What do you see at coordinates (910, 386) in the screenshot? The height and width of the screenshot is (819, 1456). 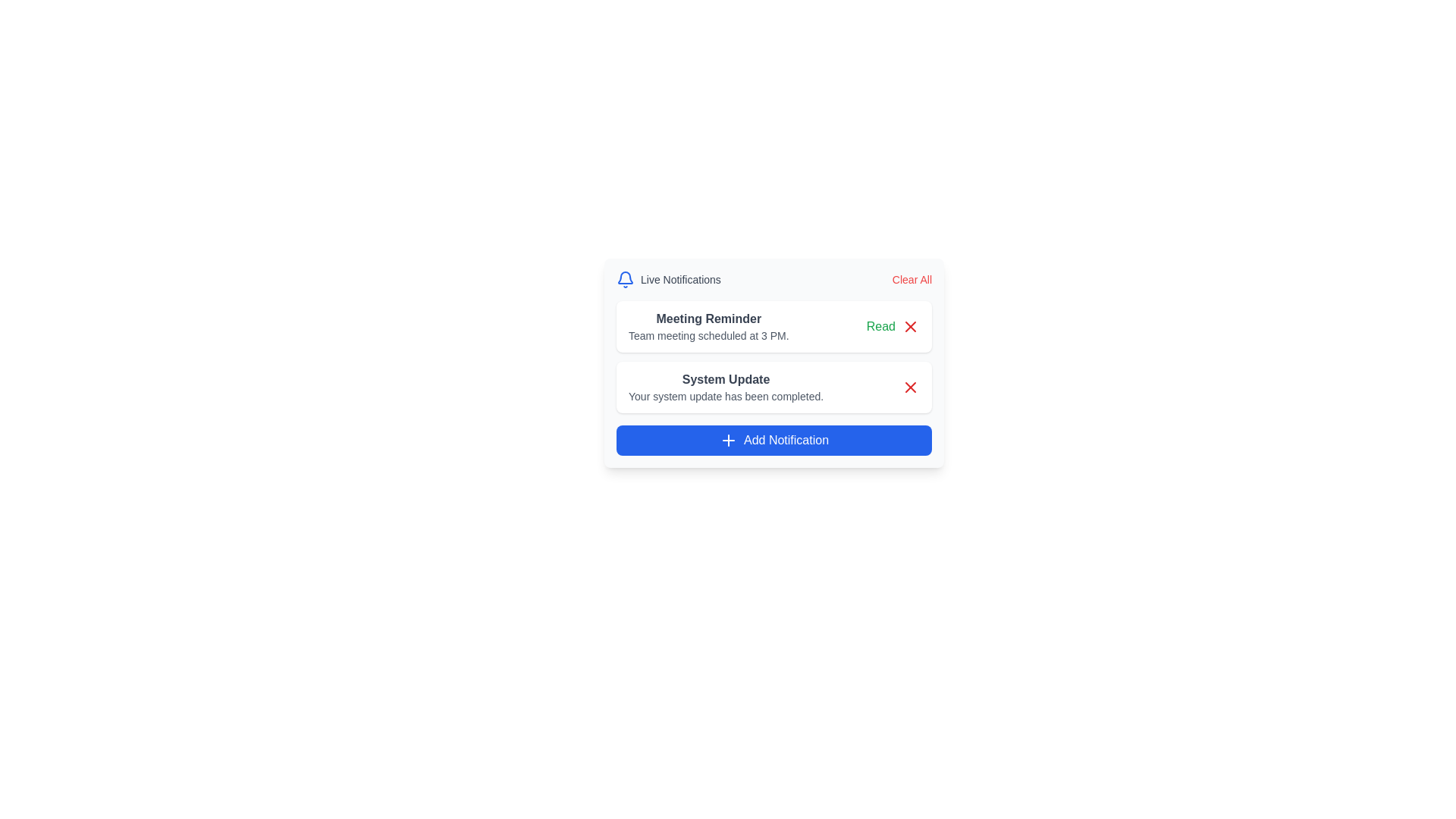 I see `the dismiss button for the 'System Update' notification to change its color` at bounding box center [910, 386].